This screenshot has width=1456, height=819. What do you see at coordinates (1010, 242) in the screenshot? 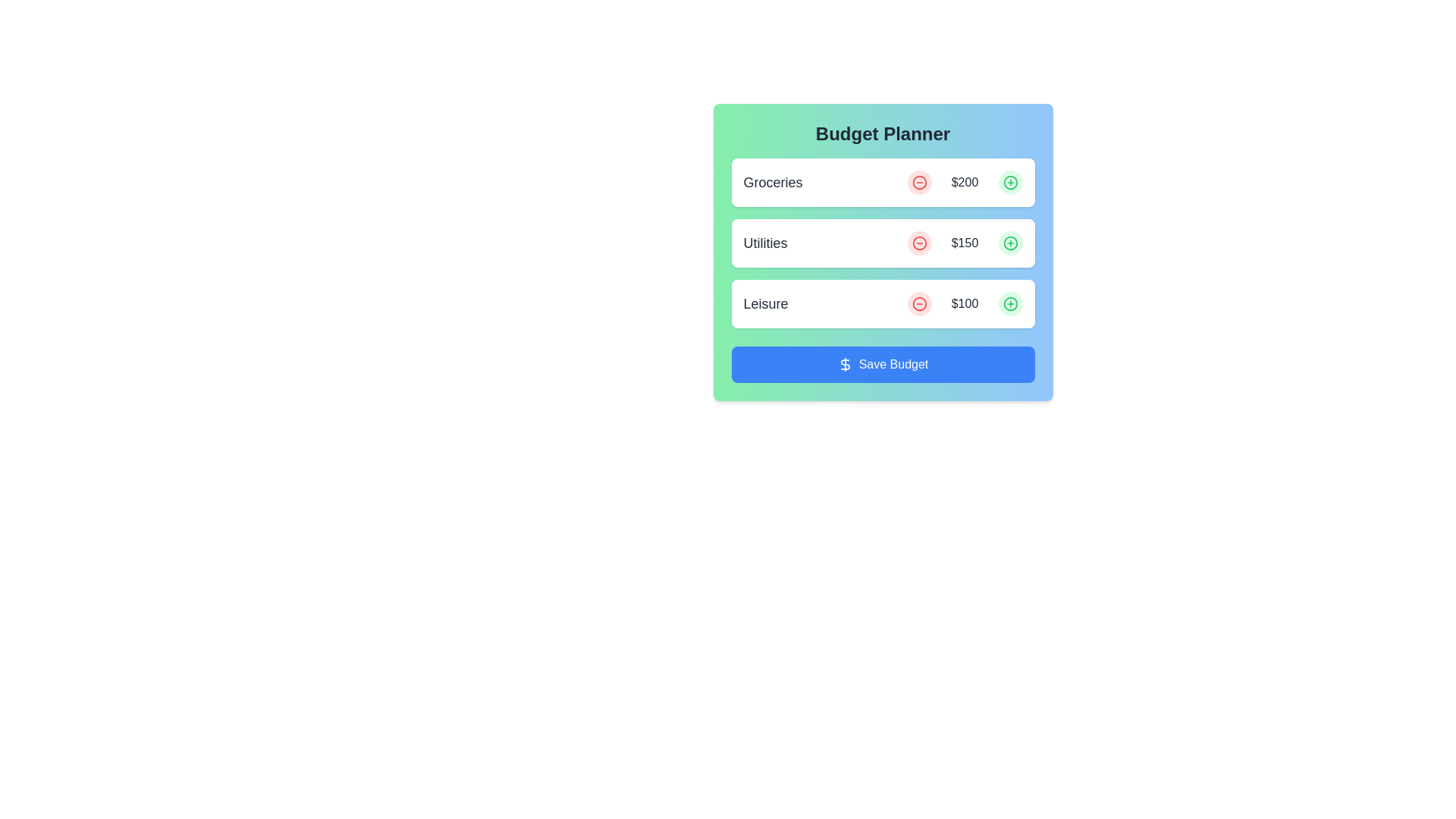
I see `the circular green Increment/Addition button with a plus sign at its center to change its background color` at bounding box center [1010, 242].